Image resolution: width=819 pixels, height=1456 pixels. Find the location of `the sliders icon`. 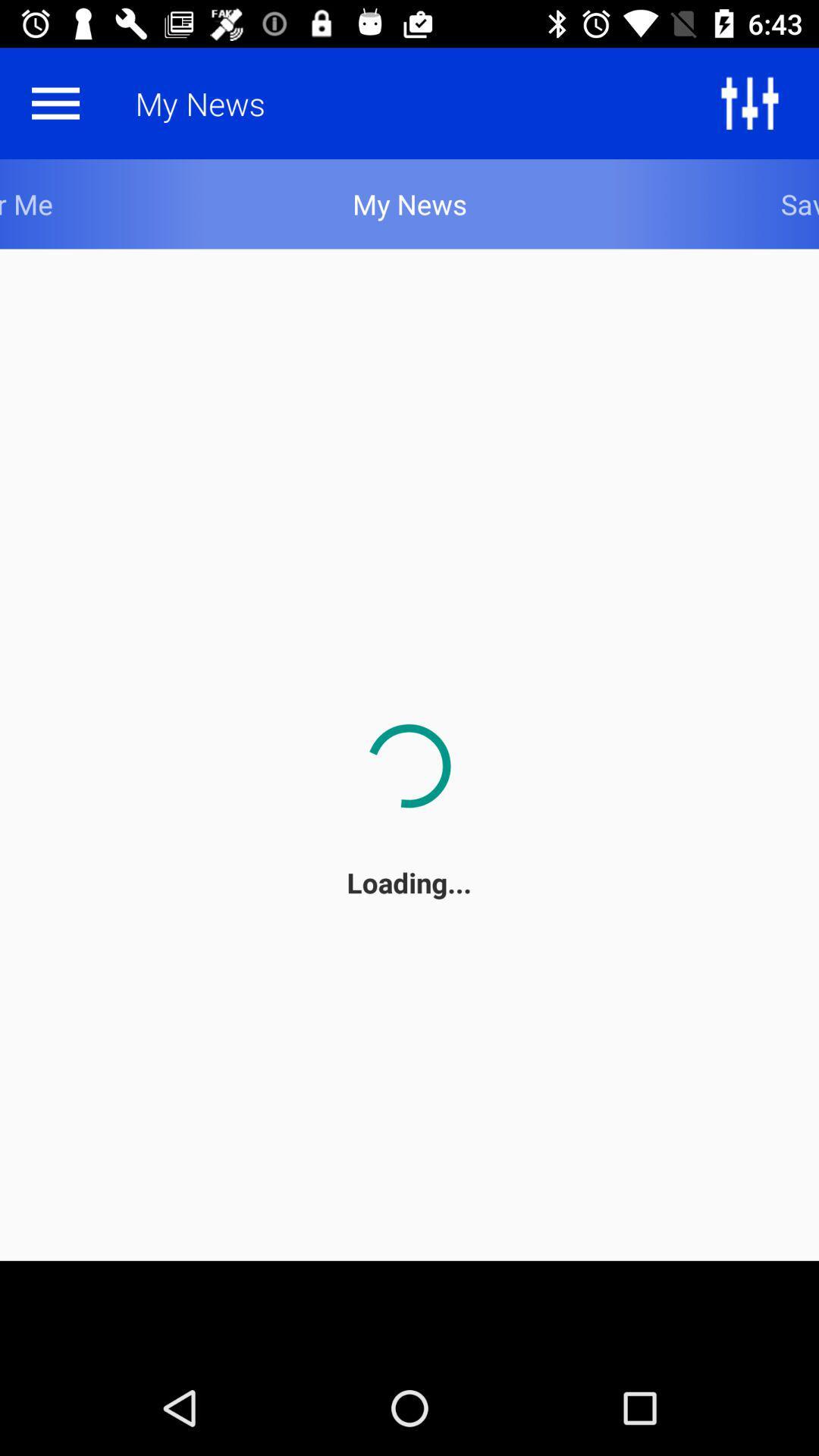

the sliders icon is located at coordinates (748, 102).